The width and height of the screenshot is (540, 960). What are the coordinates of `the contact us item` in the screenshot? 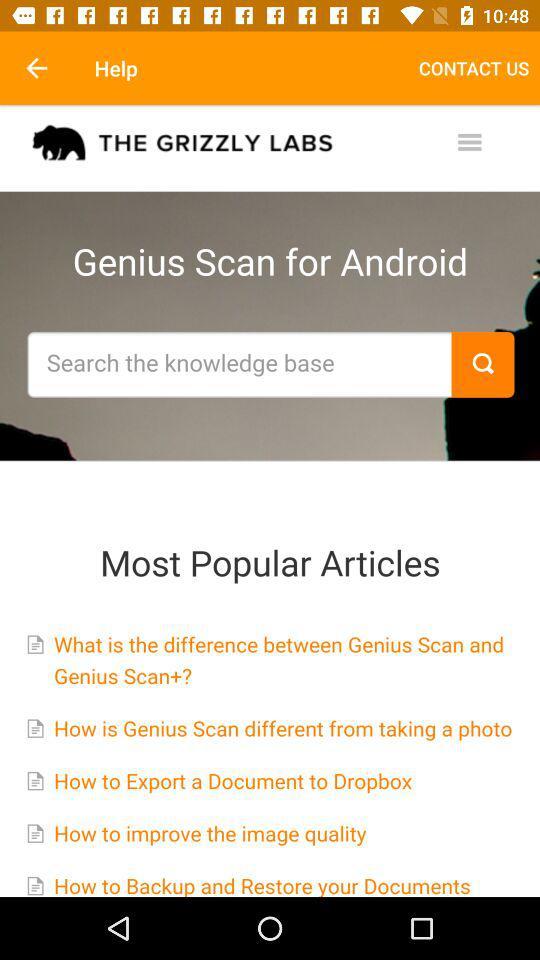 It's located at (473, 68).